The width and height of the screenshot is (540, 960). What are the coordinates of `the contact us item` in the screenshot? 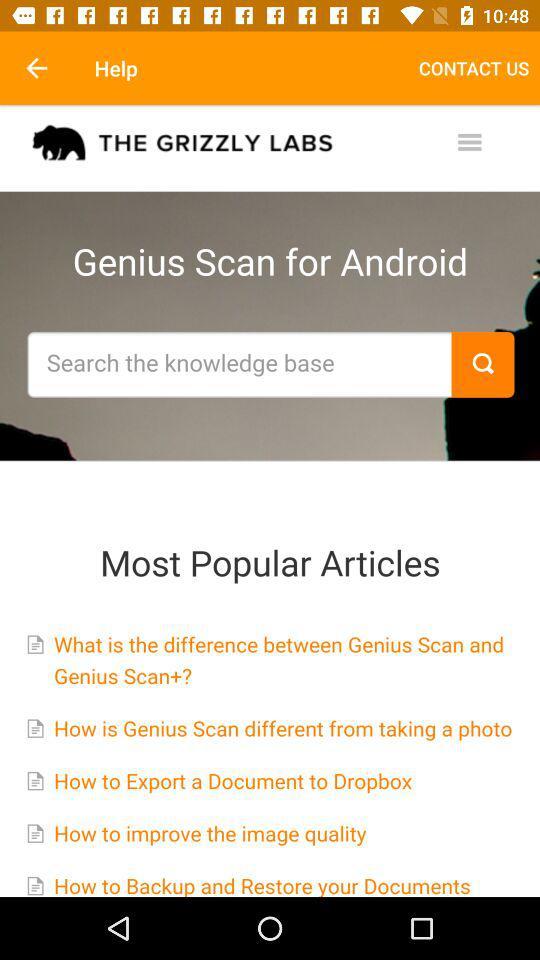 It's located at (473, 68).